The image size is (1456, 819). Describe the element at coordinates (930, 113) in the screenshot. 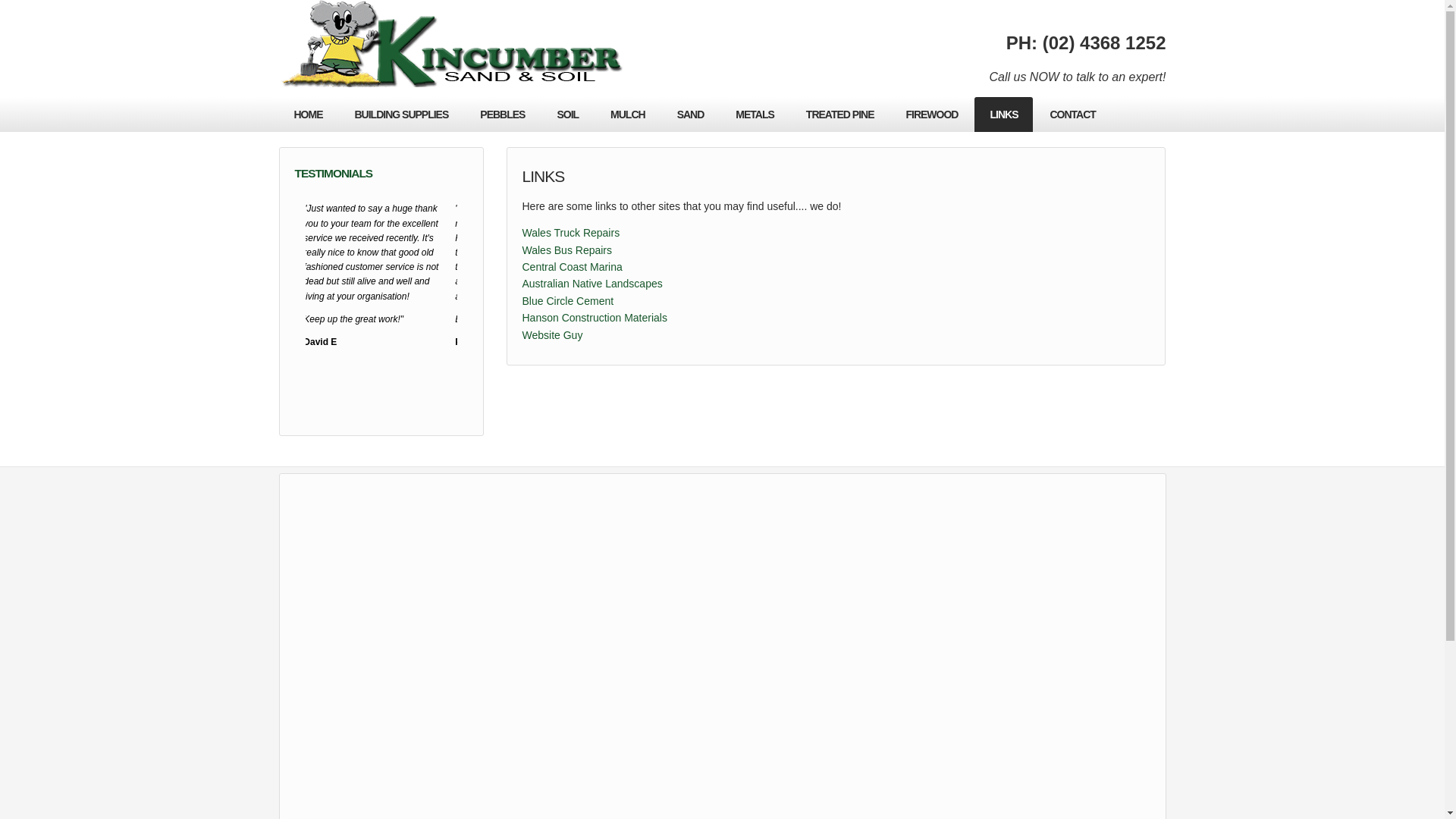

I see `'FIREWOOD'` at that location.